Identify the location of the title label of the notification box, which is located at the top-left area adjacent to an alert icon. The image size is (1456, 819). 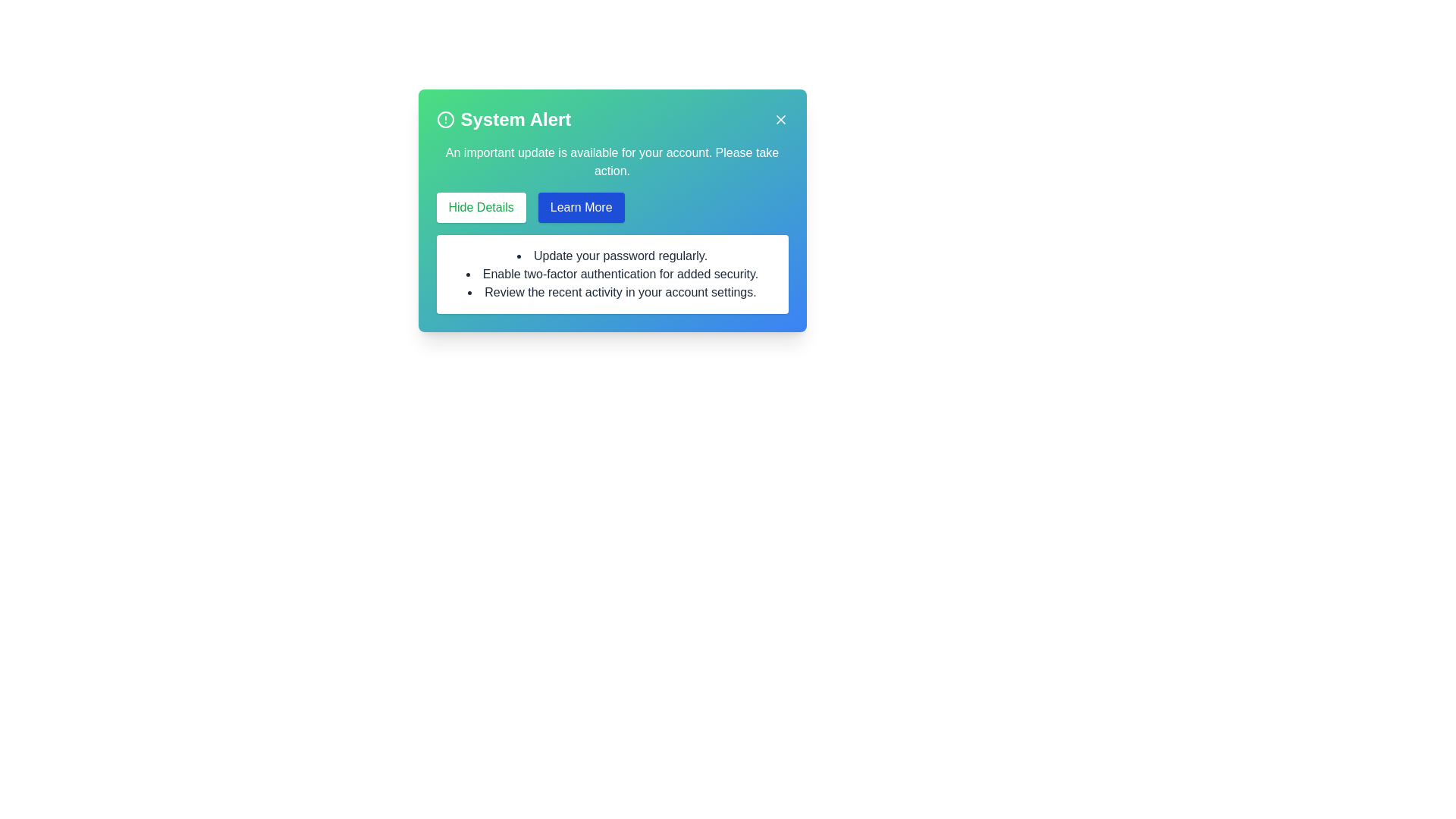
(516, 119).